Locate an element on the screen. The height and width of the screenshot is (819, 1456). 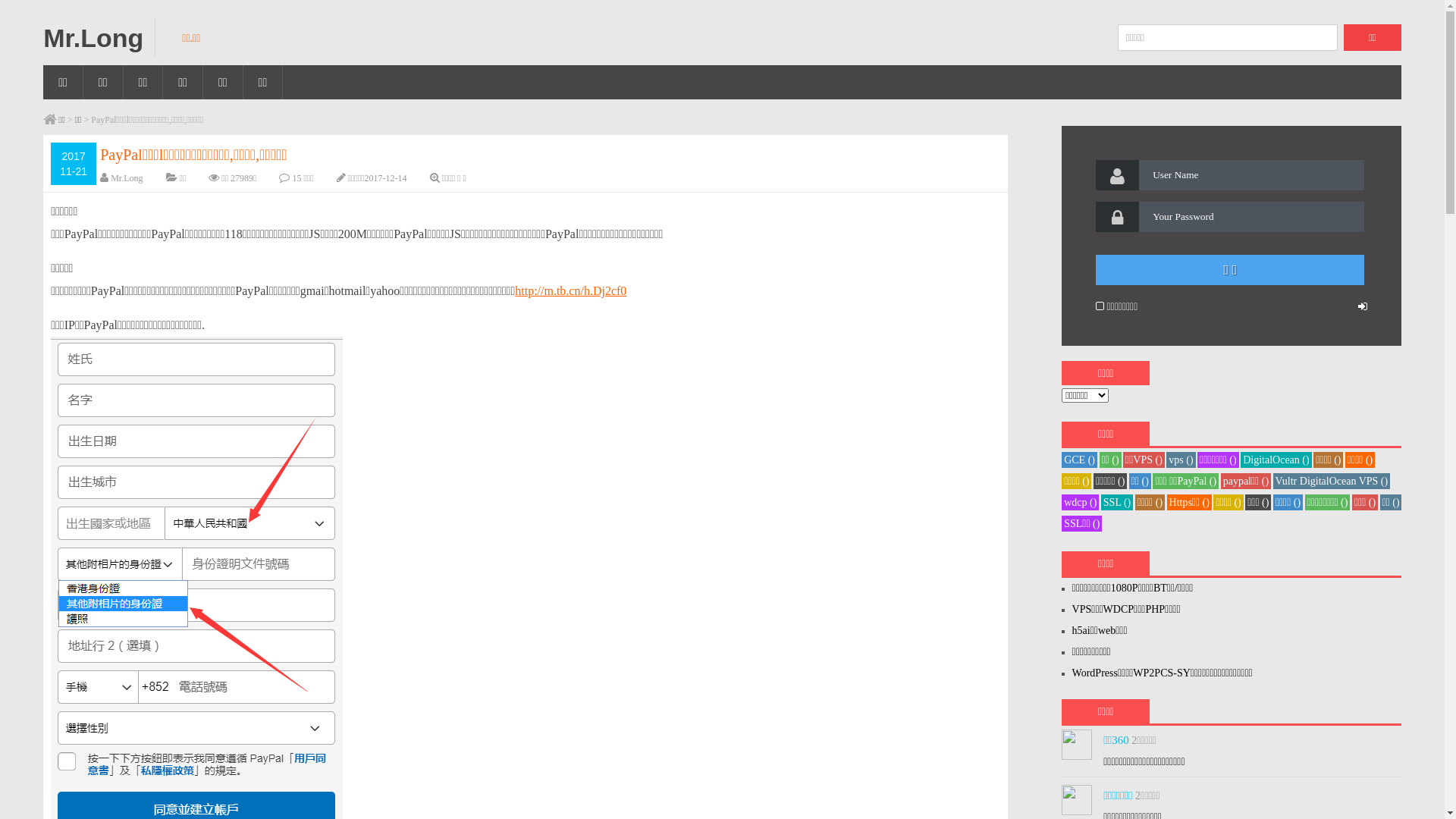
'vps ()' is located at coordinates (1179, 459).